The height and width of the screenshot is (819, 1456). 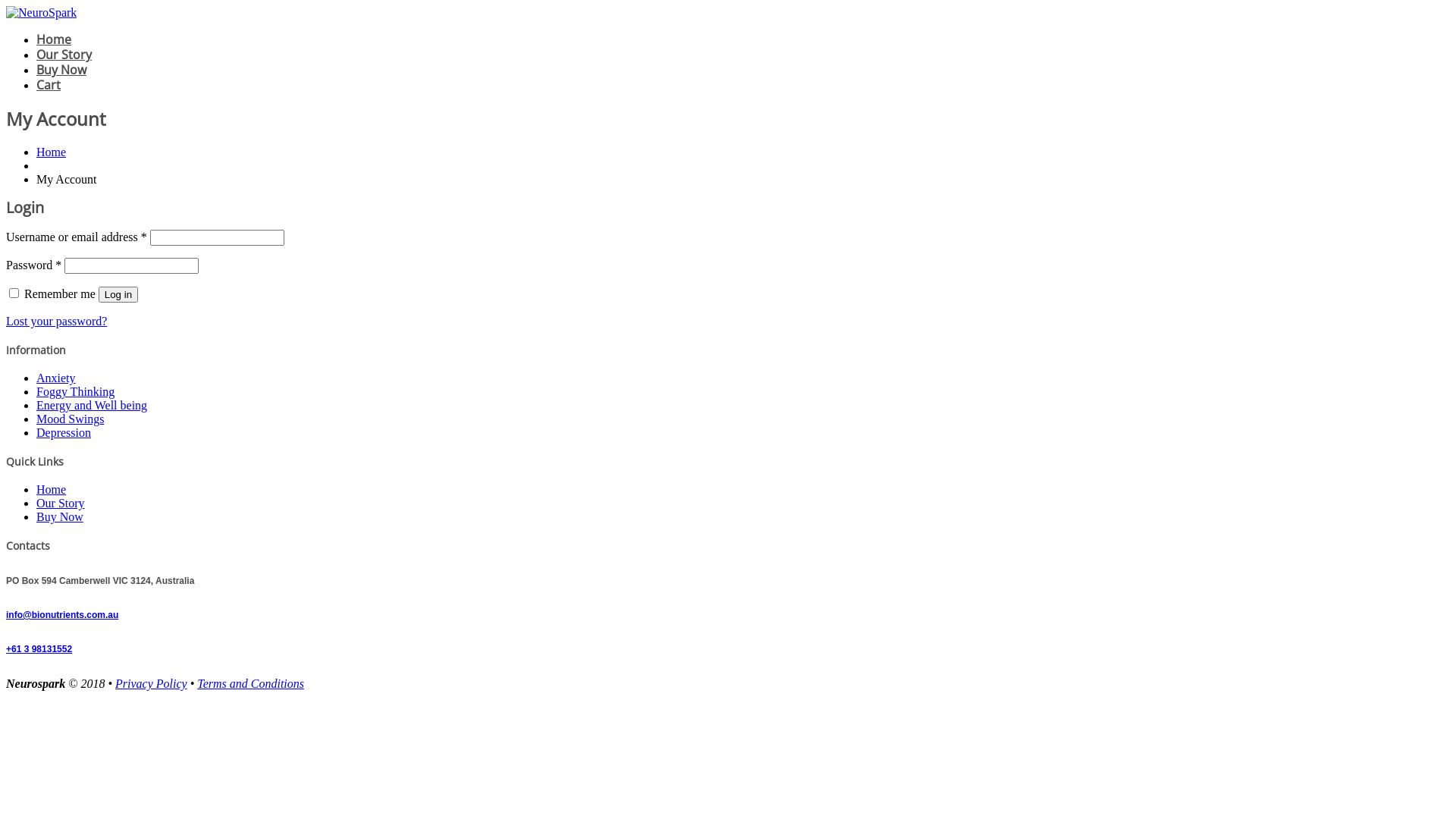 I want to click on 'Lost your password?', so click(x=56, y=320).